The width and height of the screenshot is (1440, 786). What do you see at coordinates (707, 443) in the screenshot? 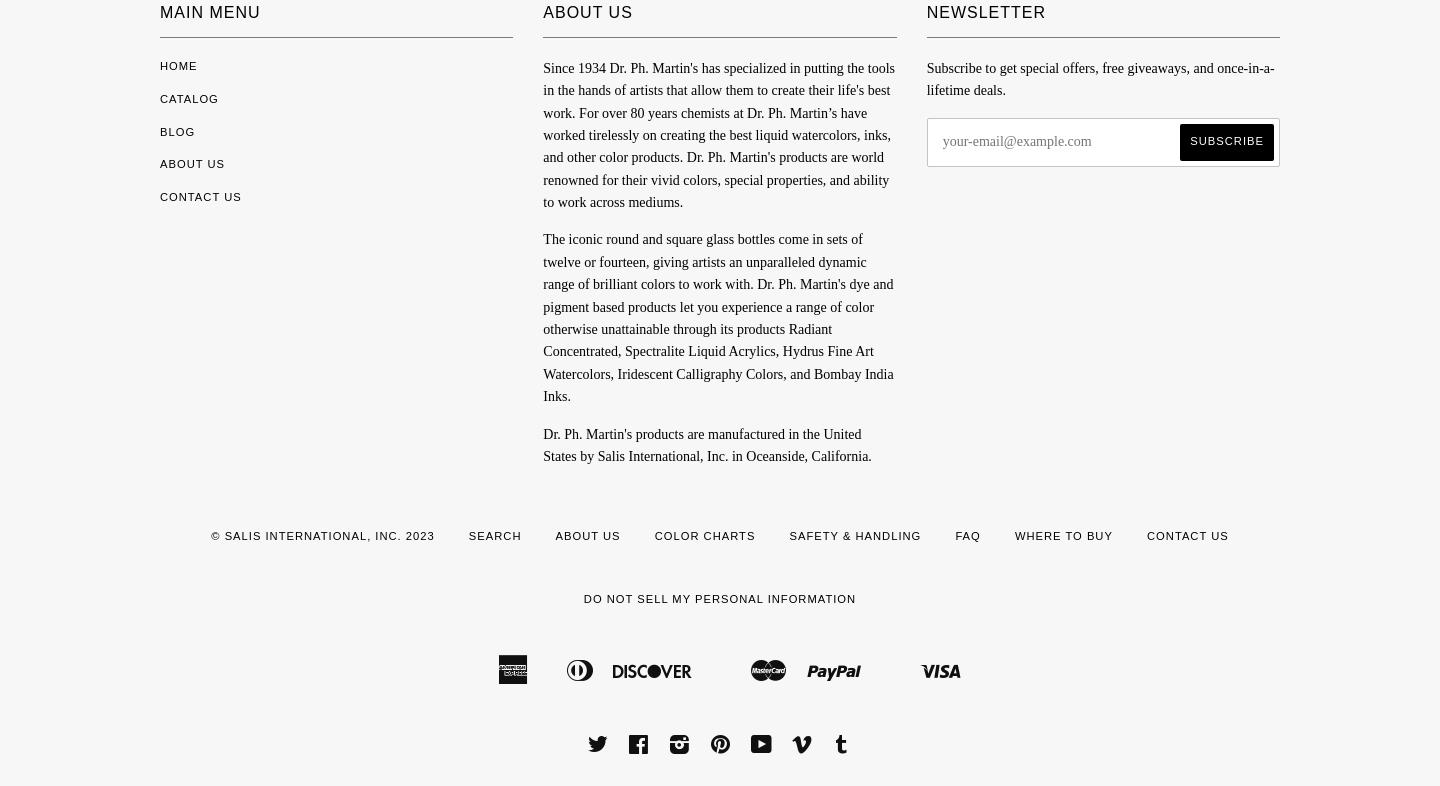
I see `'Dr. Ph. Martin's products are manufactured in the United States by Salis International, Inc. in Oceanside, California.'` at bounding box center [707, 443].